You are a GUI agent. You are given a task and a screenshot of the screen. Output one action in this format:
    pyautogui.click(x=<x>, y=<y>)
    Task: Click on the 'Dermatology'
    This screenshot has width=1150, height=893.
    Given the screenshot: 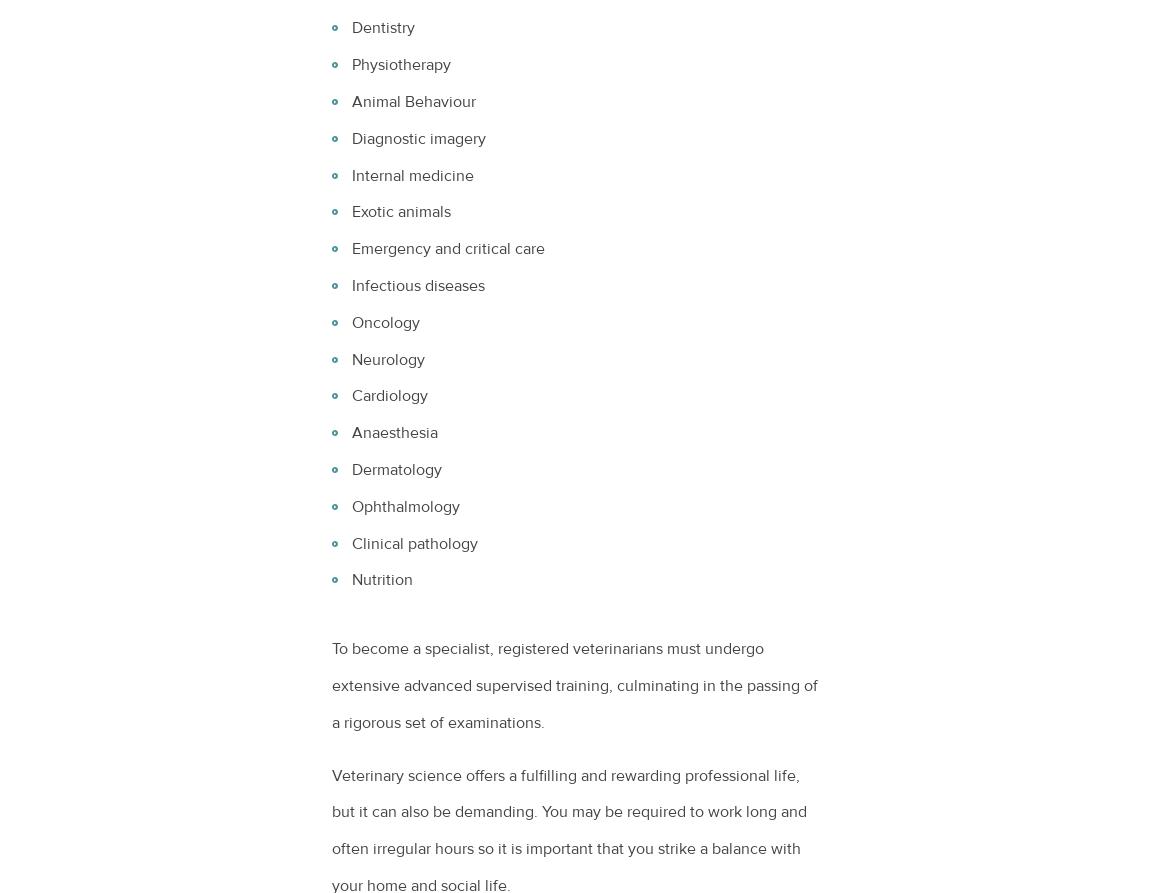 What is the action you would take?
    pyautogui.click(x=396, y=468)
    